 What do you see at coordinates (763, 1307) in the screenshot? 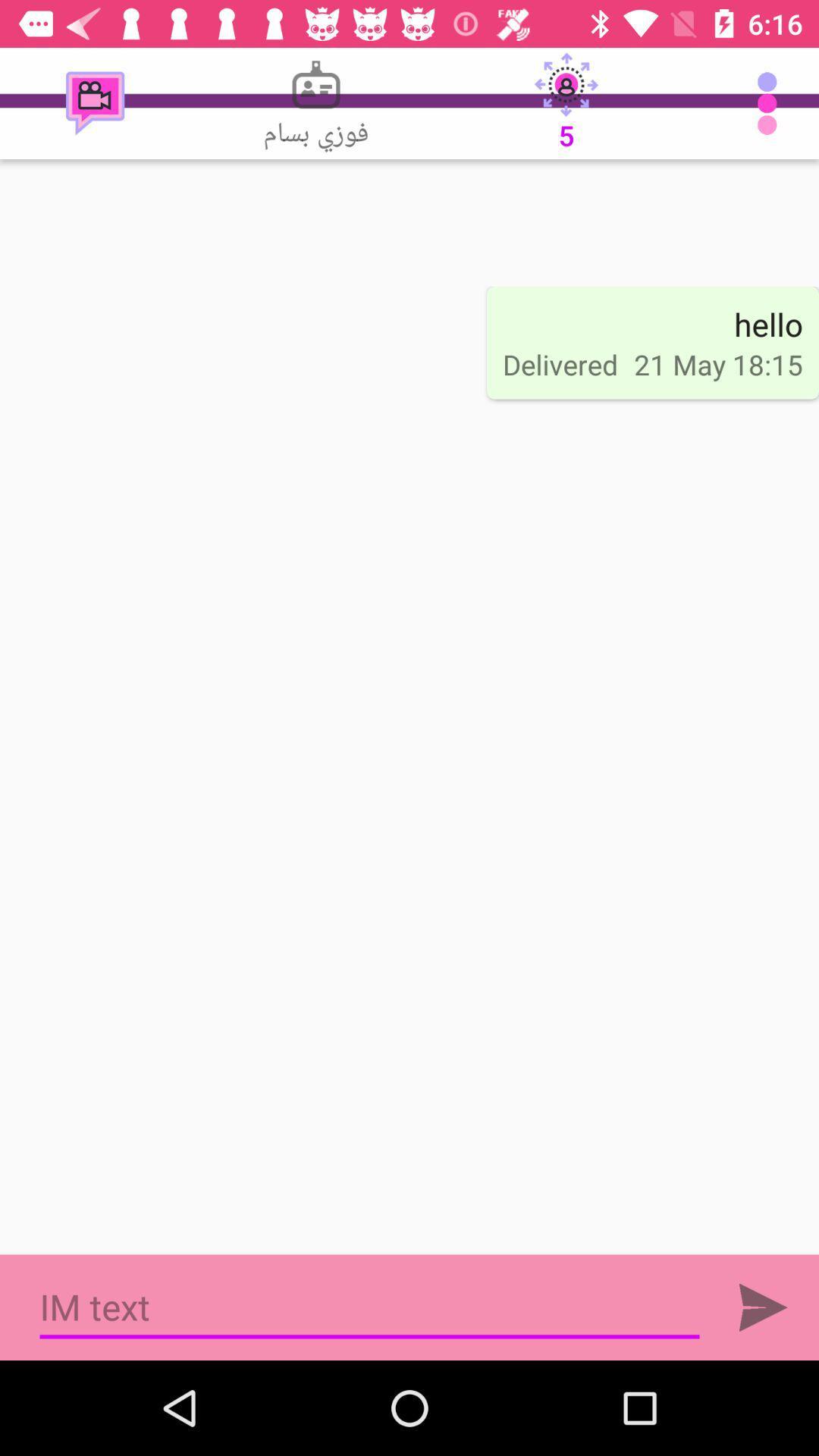
I see `text enter option` at bounding box center [763, 1307].